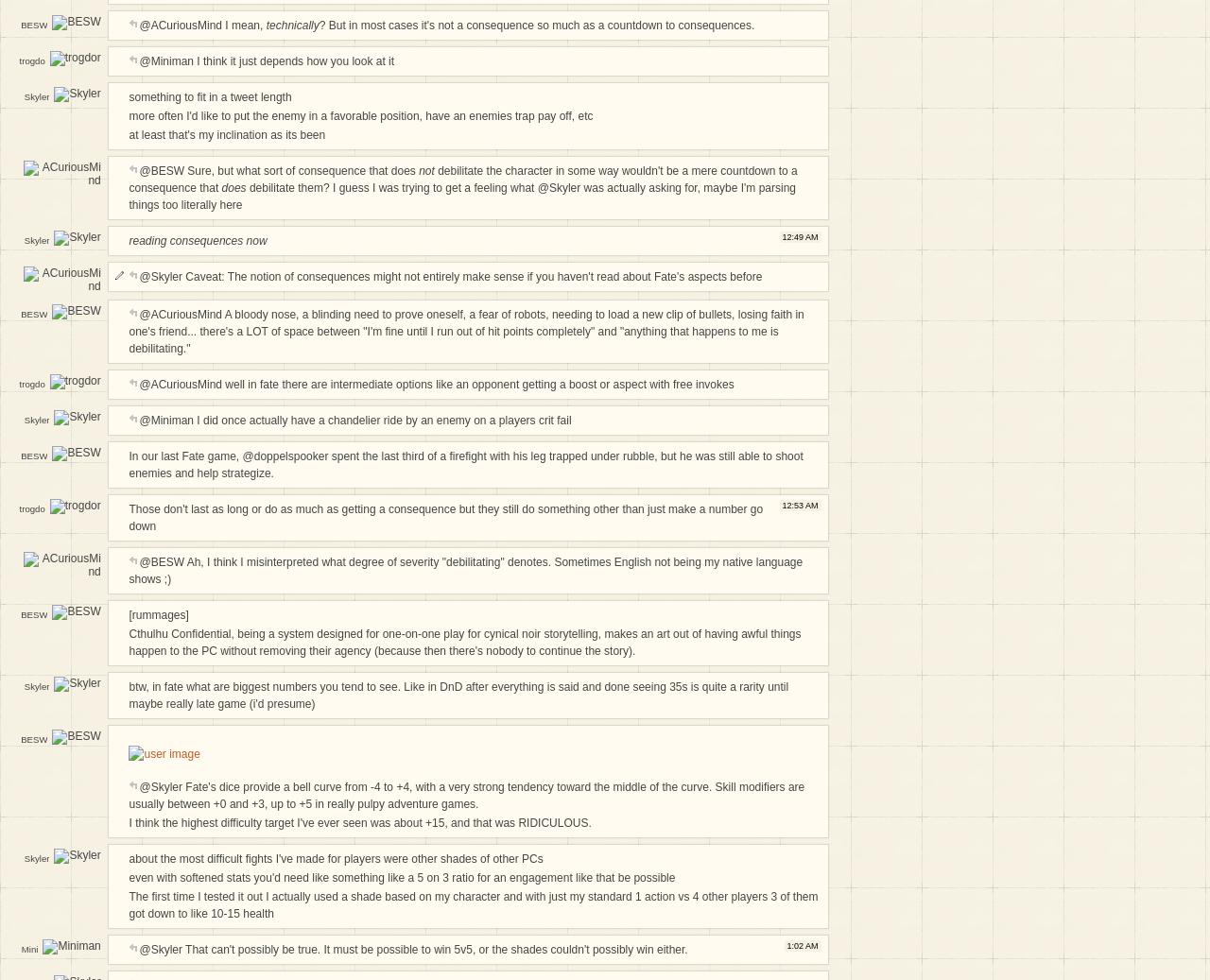 The width and height of the screenshot is (1210, 980). Describe the element at coordinates (359, 822) in the screenshot. I see `'I think the highest difficulty target I've ever seen was about +15, and that was RIDICULOUS.'` at that location.